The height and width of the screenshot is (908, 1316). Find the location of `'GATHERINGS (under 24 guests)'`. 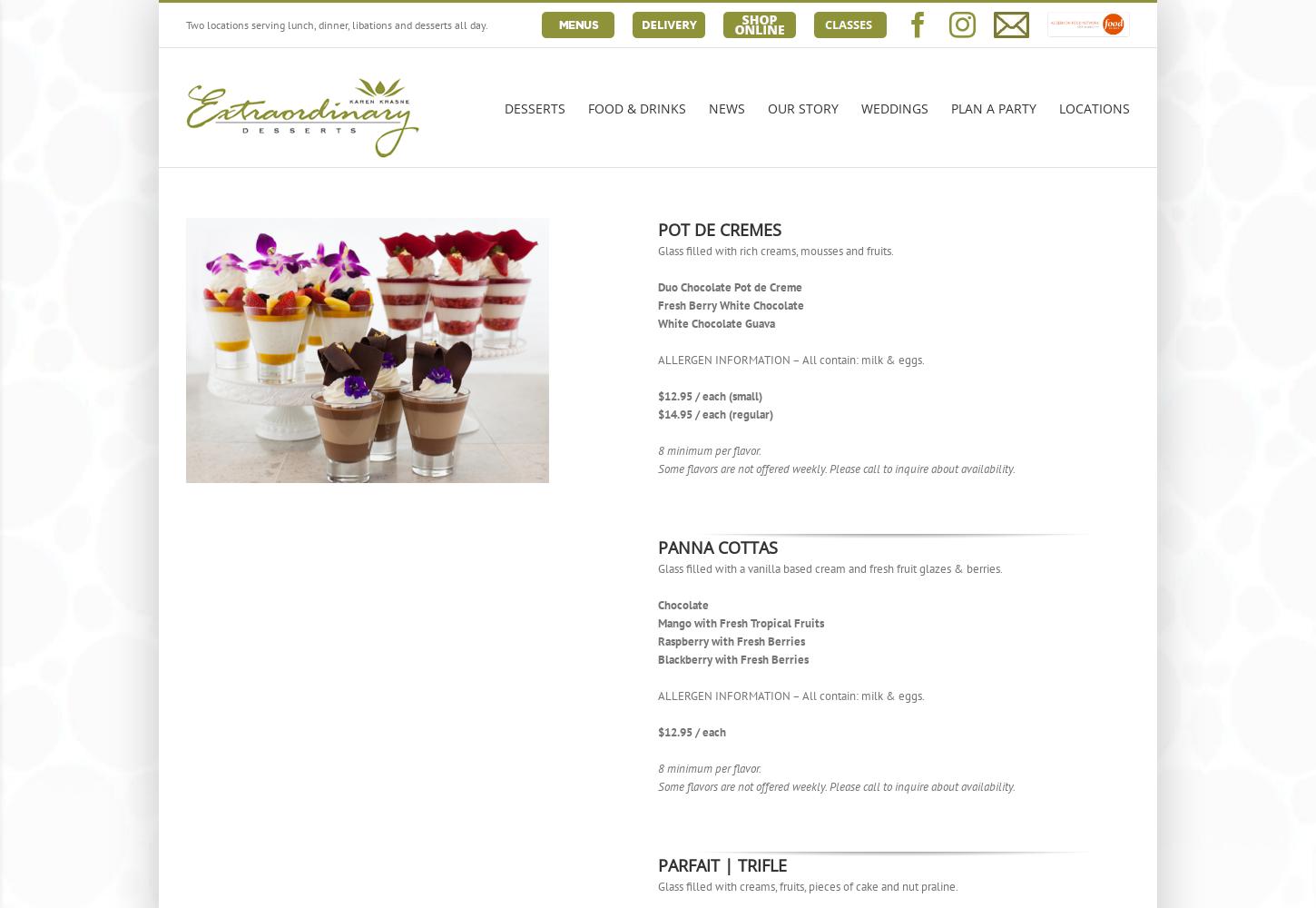

'GATHERINGS (under 24 guests)' is located at coordinates (1046, 183).